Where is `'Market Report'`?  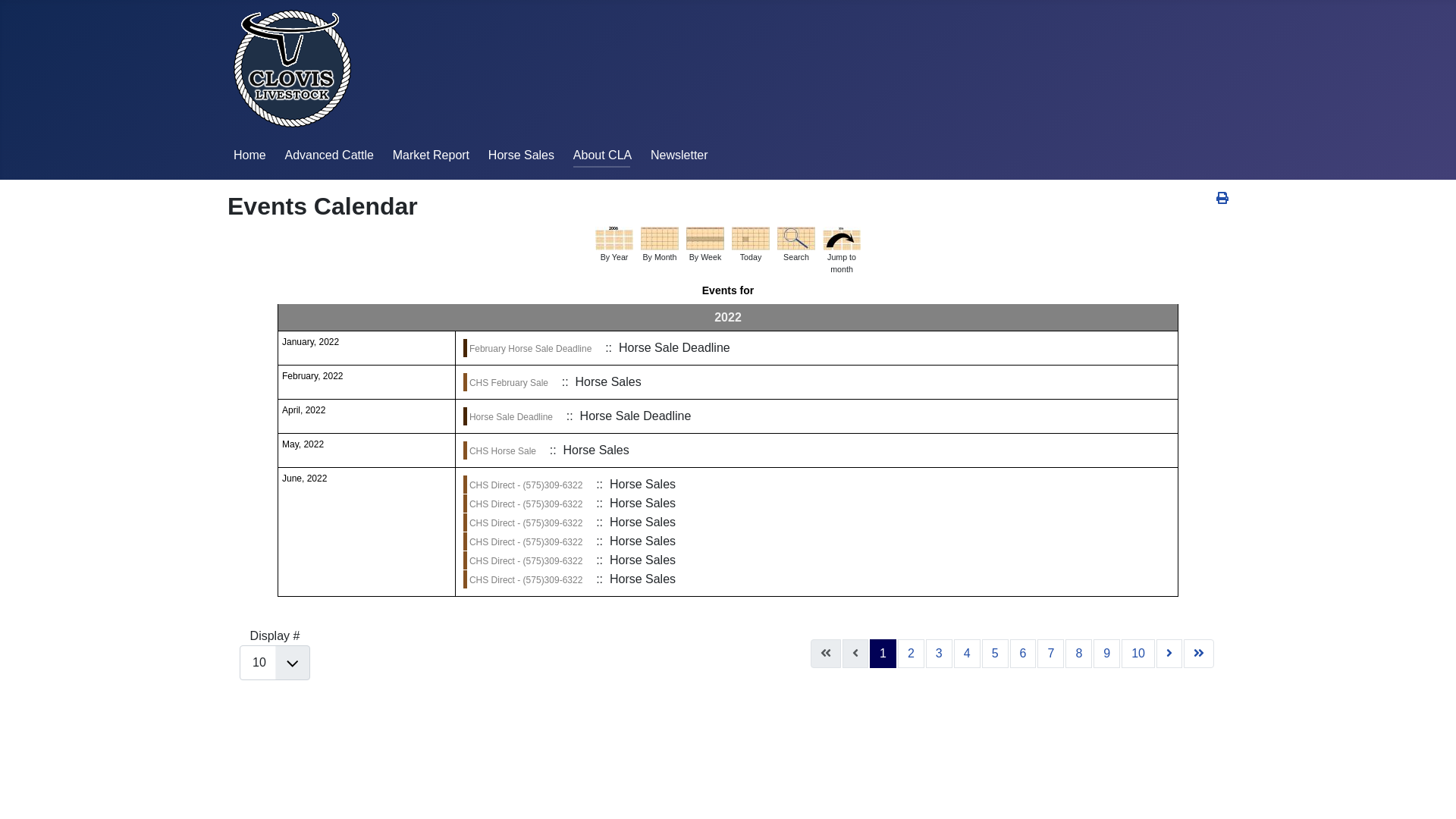 'Market Report' is located at coordinates (393, 155).